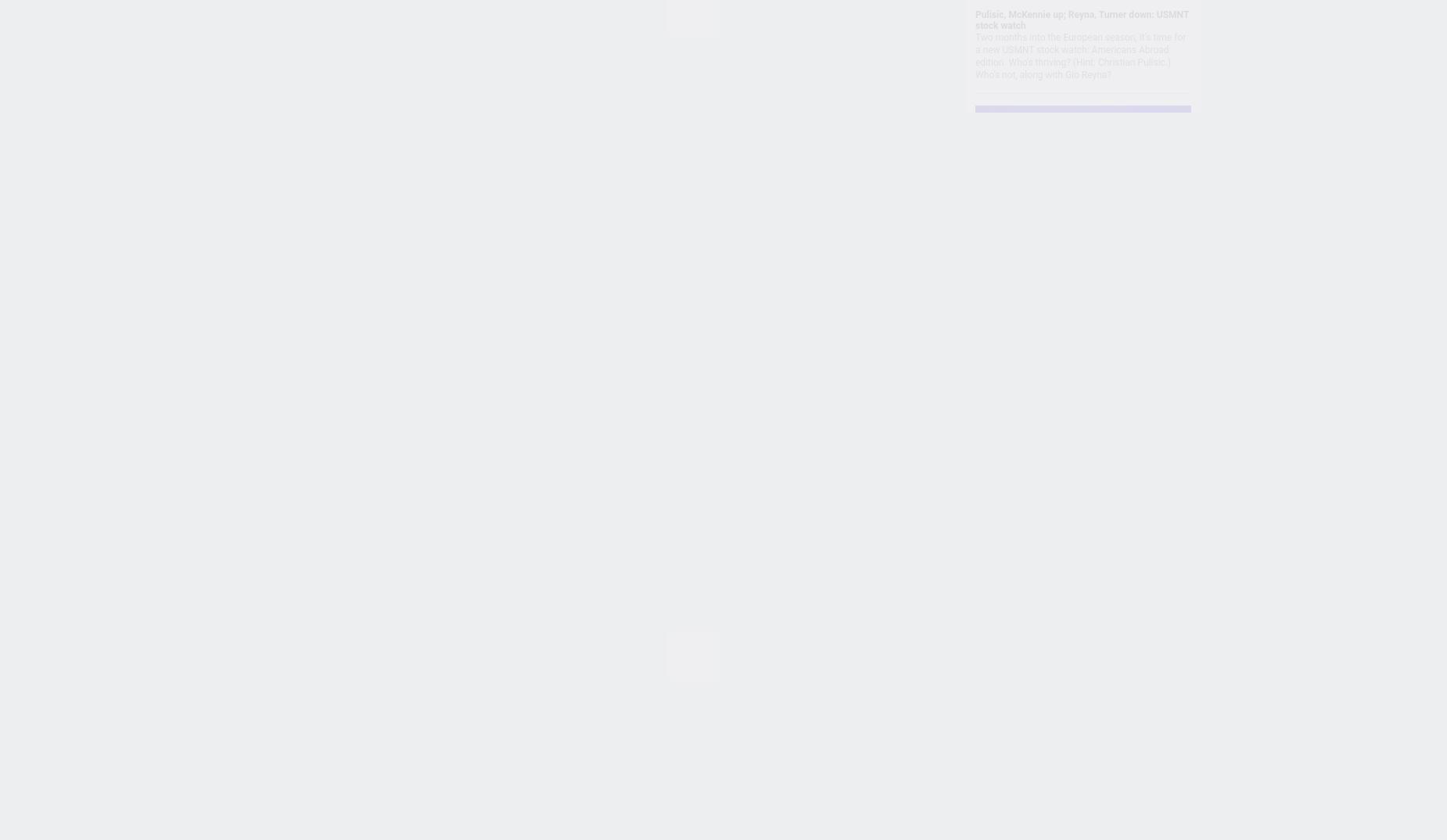 This screenshot has height=840, width=1447. I want to click on 'From Ten Hag to ownership: Man United's biggest issues', so click(615, 473).